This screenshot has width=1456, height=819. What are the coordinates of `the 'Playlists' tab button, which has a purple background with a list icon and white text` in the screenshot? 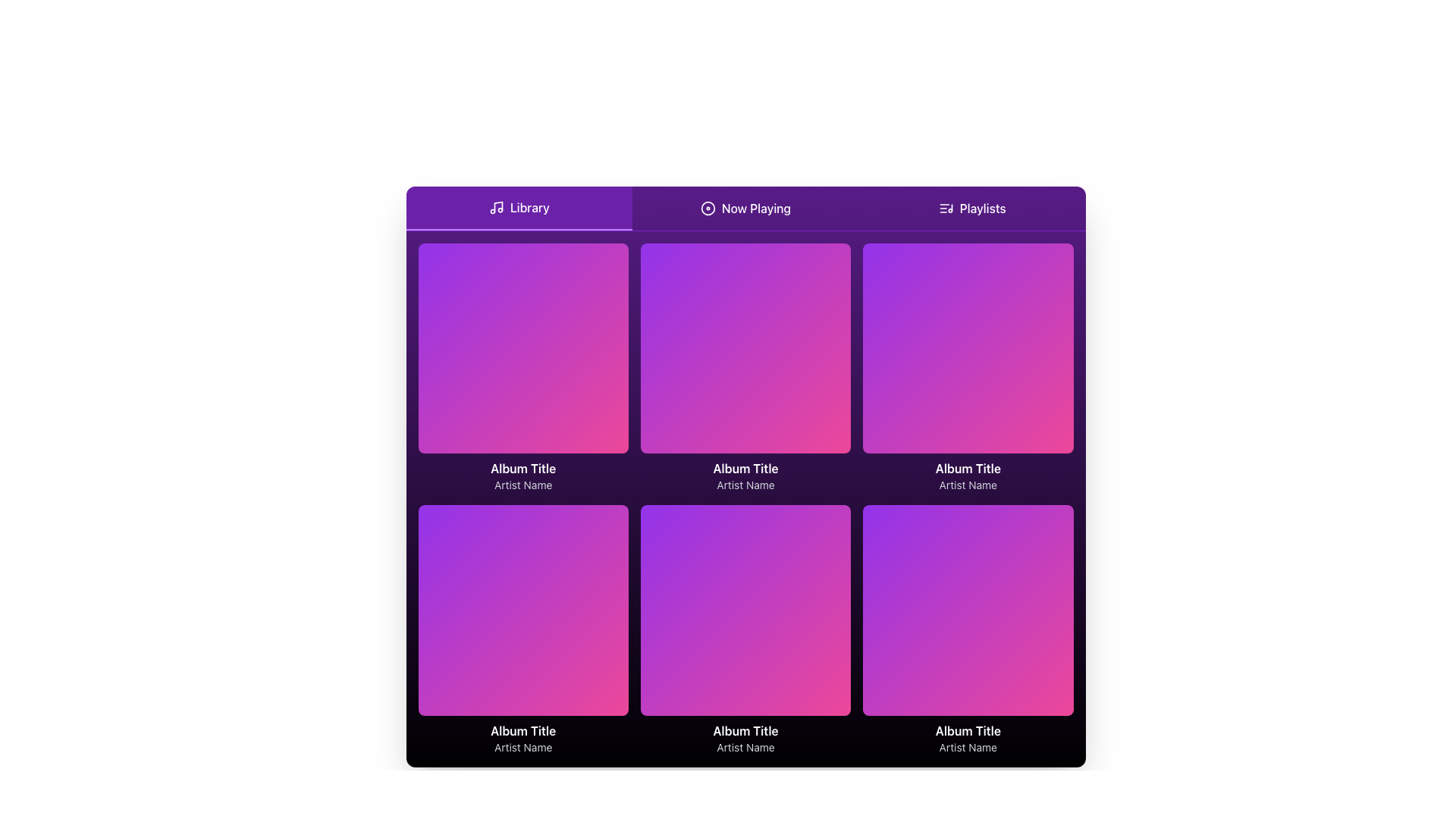 It's located at (972, 208).